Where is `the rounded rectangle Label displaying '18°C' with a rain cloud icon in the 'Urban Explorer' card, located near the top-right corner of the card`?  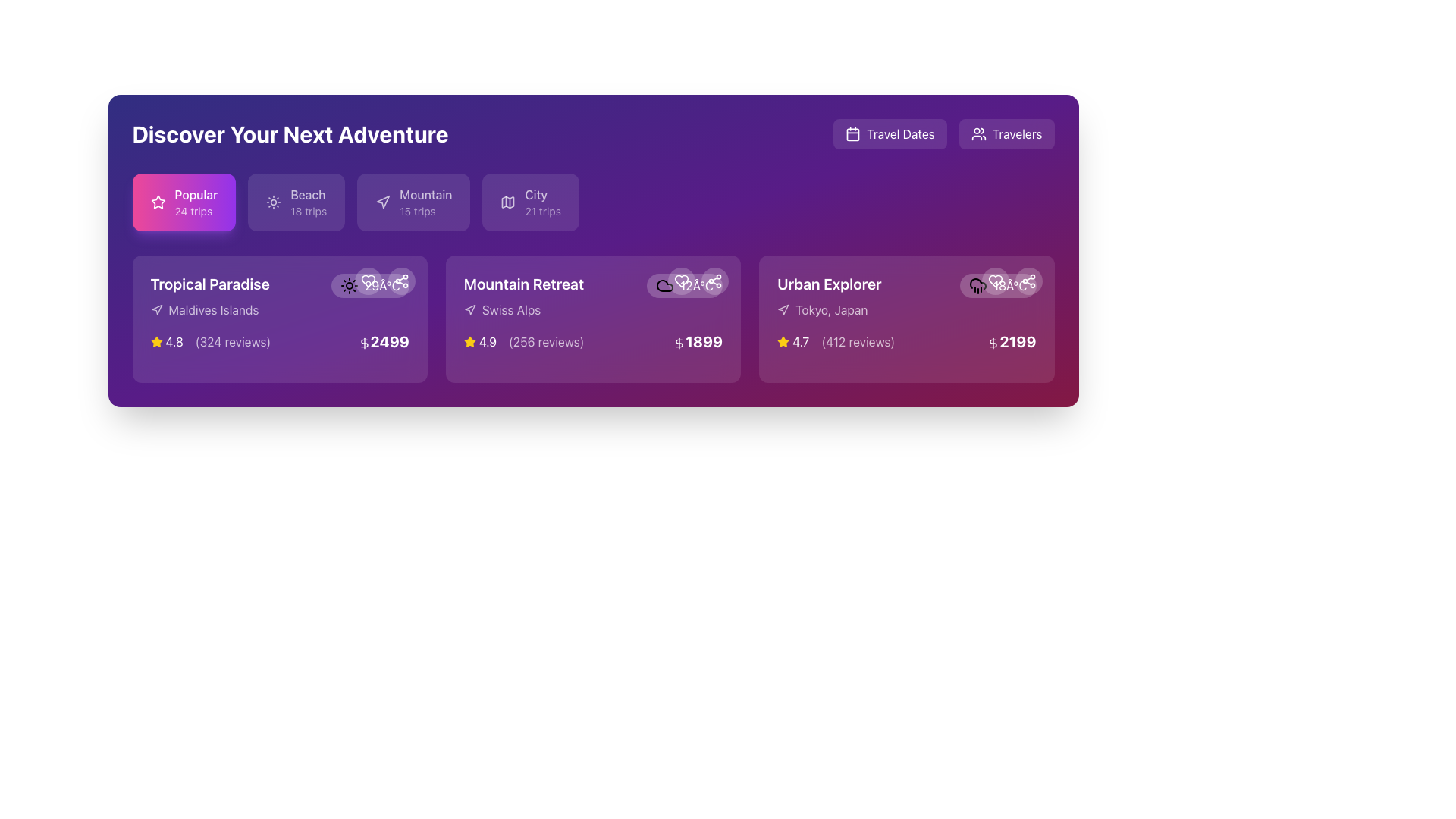
the rounded rectangle Label displaying '18°C' with a rain cloud icon in the 'Urban Explorer' card, located near the top-right corner of the card is located at coordinates (998, 286).